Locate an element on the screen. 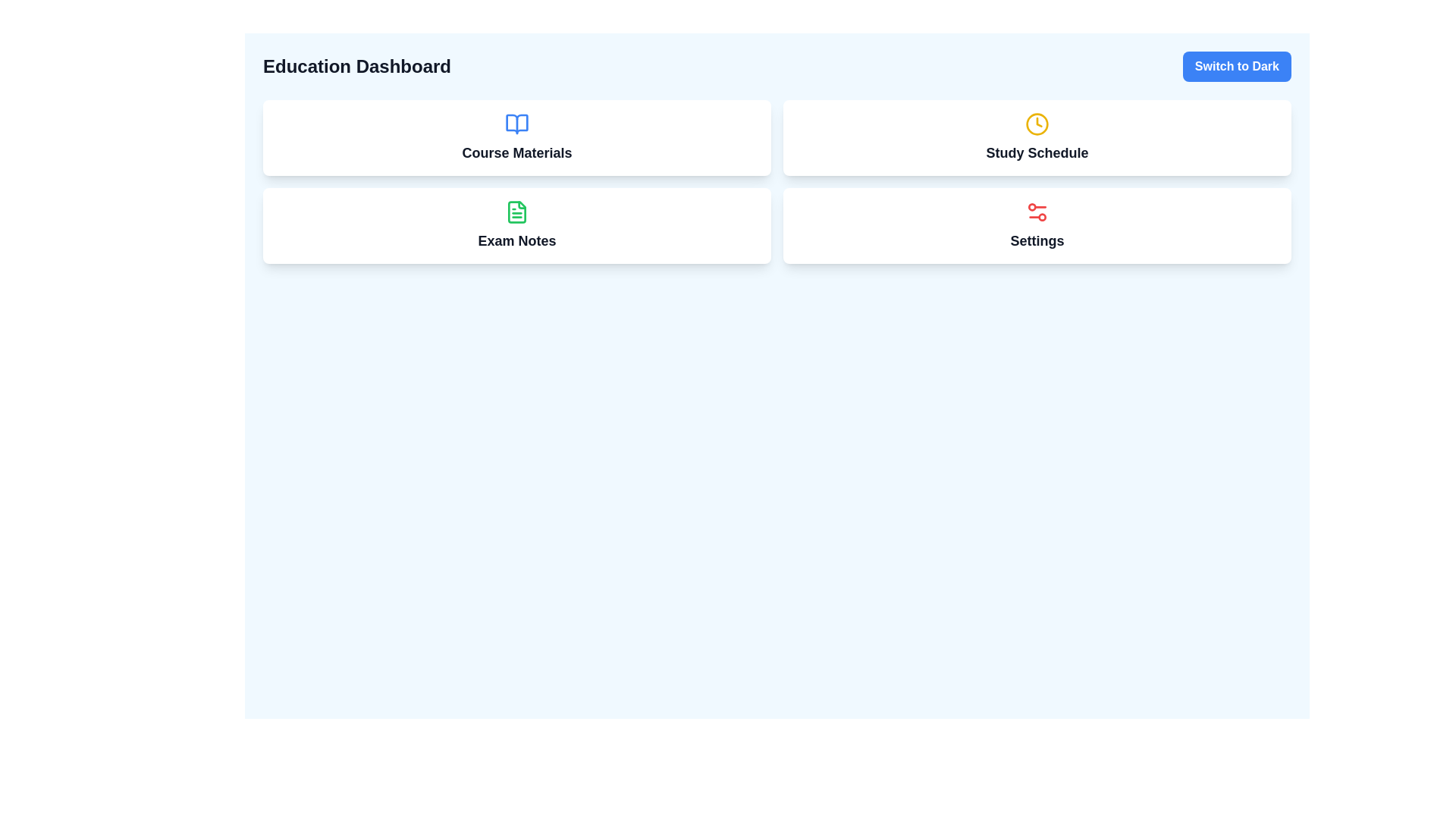 The height and width of the screenshot is (819, 1456). the visual appearance of the green document icon located at the top of the 'Exam Notes' box in the bottom-left quadrant of the main grid is located at coordinates (516, 212).